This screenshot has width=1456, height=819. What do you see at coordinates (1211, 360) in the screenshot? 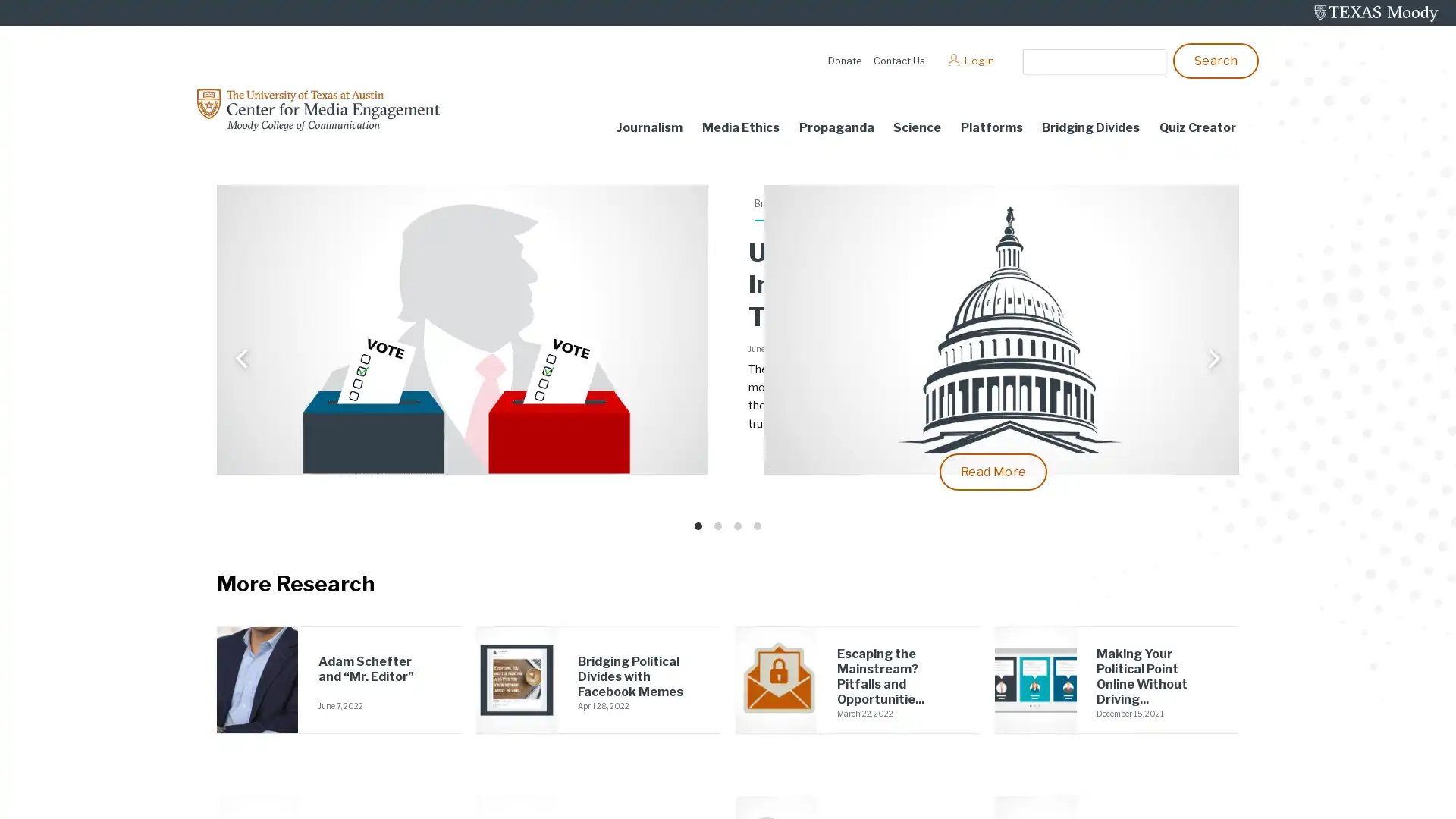
I see `Next` at bounding box center [1211, 360].